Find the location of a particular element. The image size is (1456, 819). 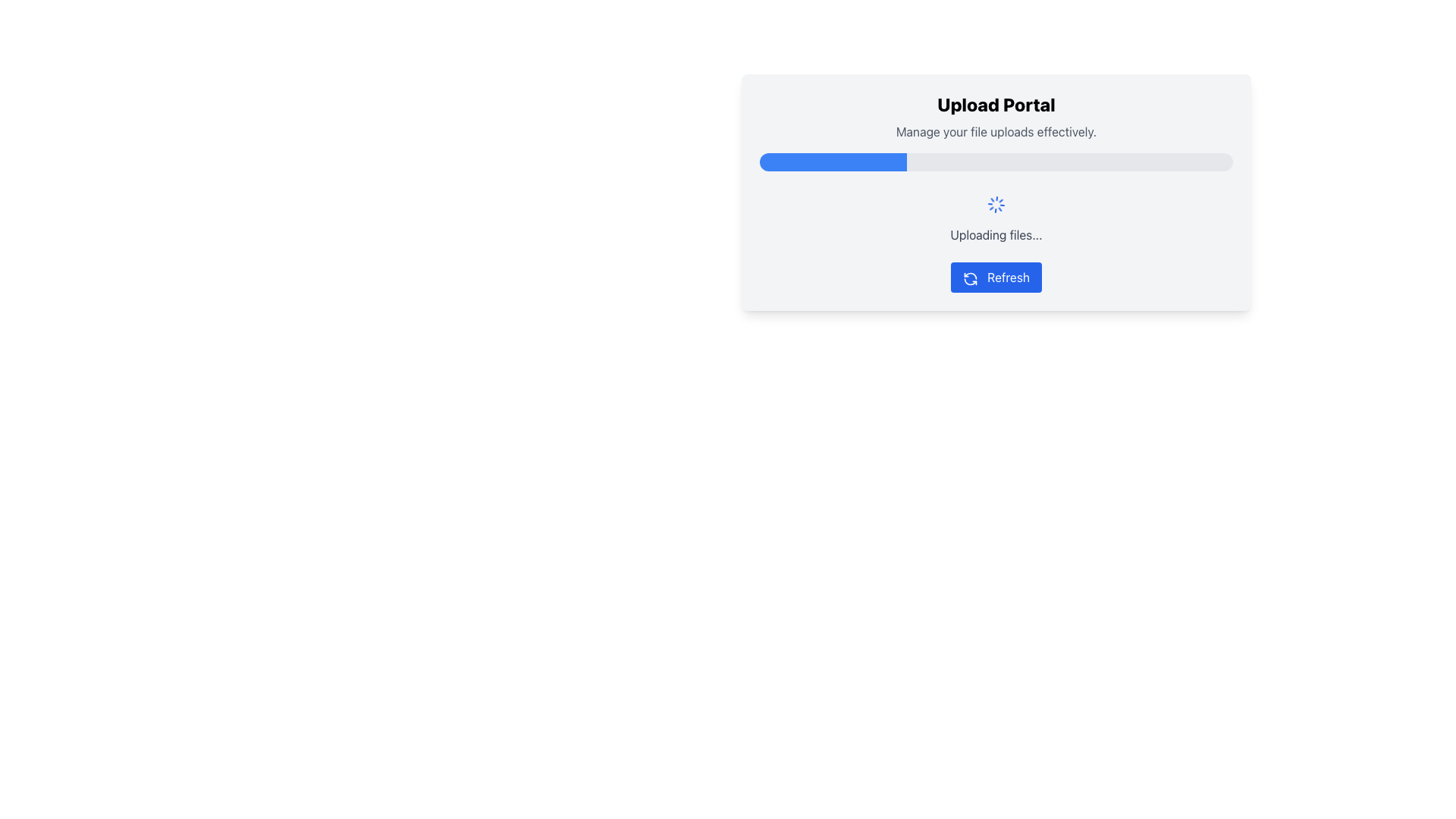

the Loader animation icon to understand the ongoing upload process state is located at coordinates (996, 205).